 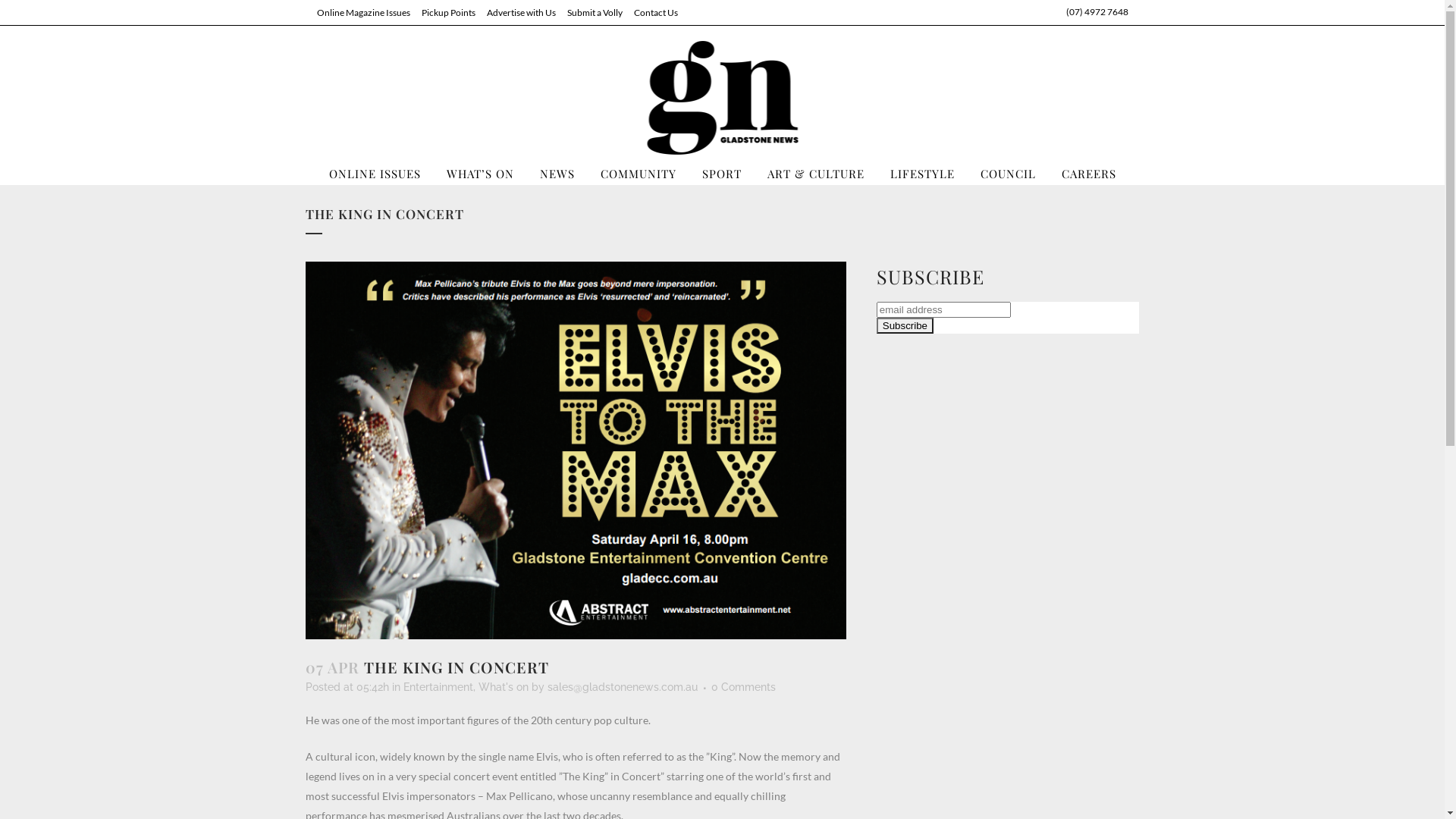 I want to click on 'Entertainment', so click(x=403, y=687).